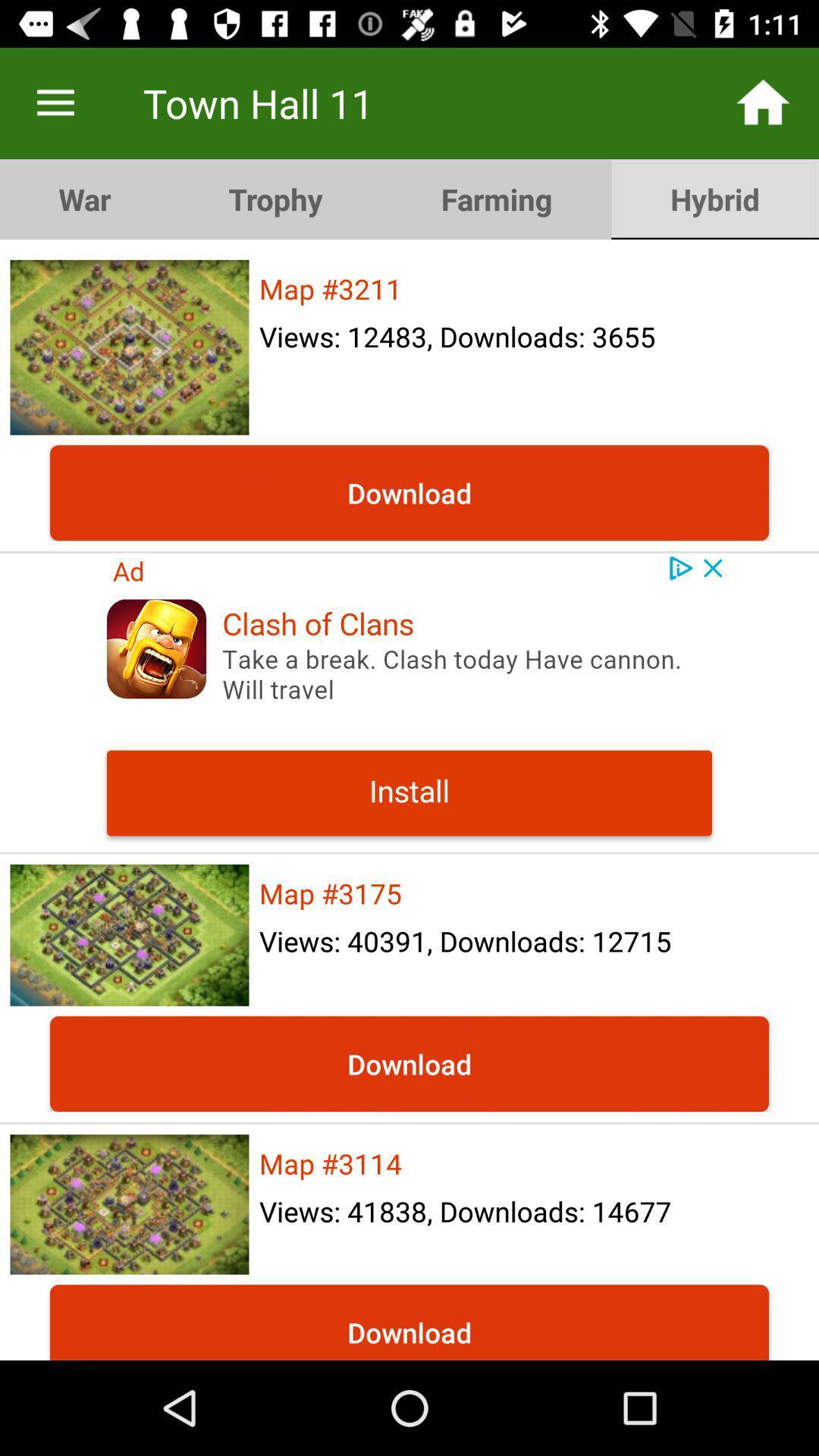 The height and width of the screenshot is (1456, 819). I want to click on visit advertised website, so click(409, 701).